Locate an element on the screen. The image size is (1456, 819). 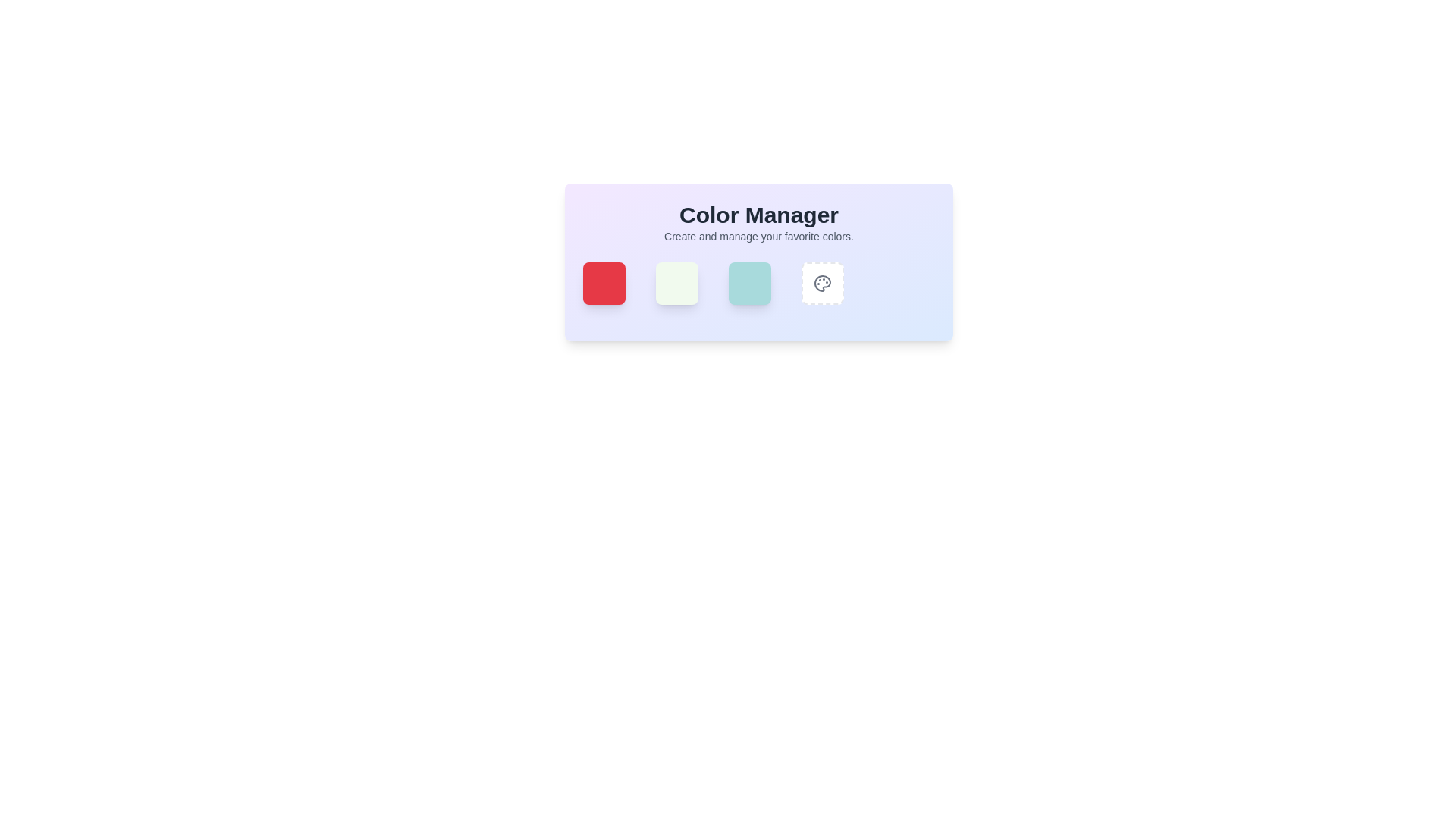
the static text that reads 'Create and manage your favorite colors,' which is located below the bold heading 'Color Manager.' is located at coordinates (759, 237).